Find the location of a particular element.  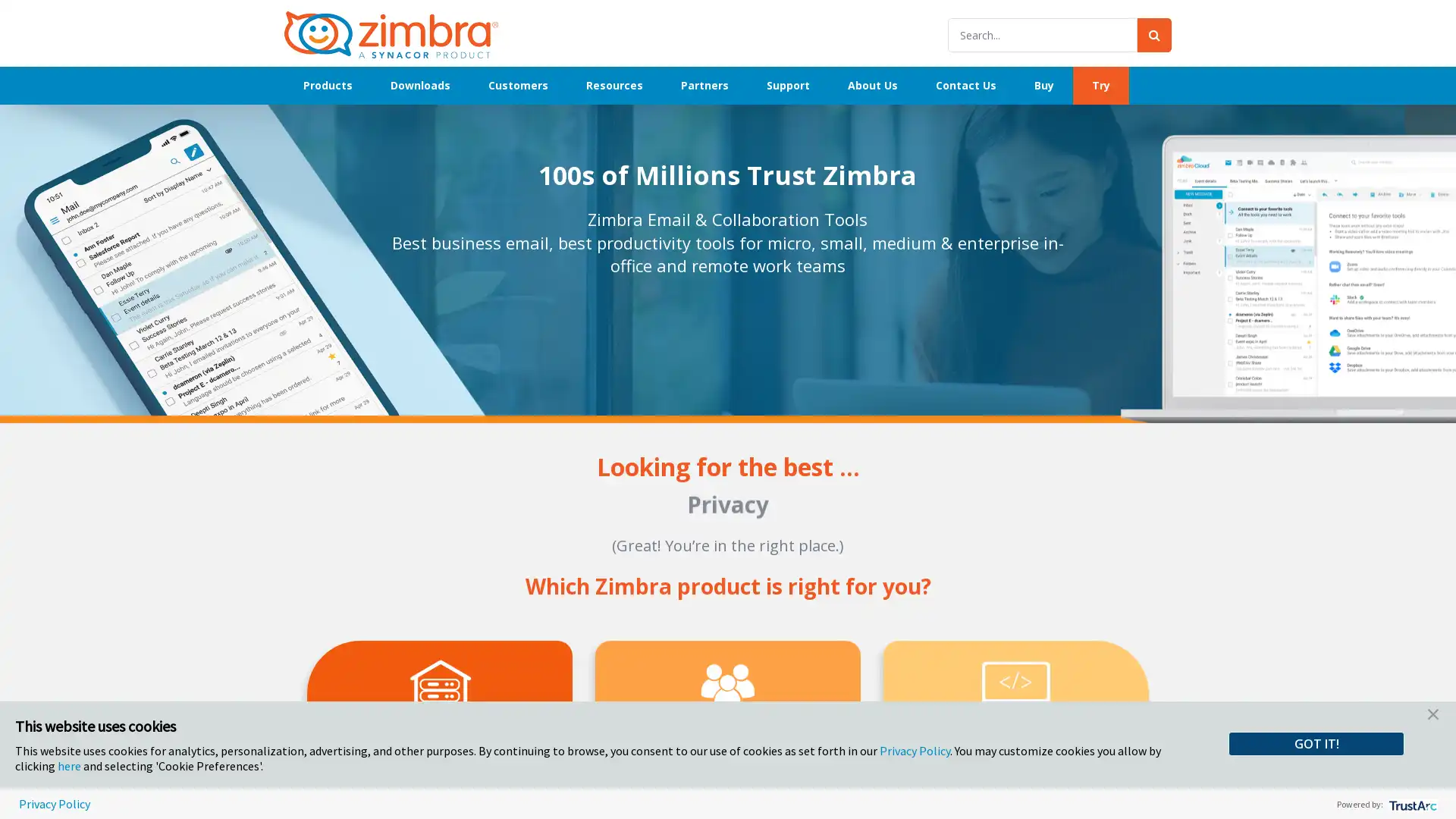

Search is located at coordinates (1153, 34).